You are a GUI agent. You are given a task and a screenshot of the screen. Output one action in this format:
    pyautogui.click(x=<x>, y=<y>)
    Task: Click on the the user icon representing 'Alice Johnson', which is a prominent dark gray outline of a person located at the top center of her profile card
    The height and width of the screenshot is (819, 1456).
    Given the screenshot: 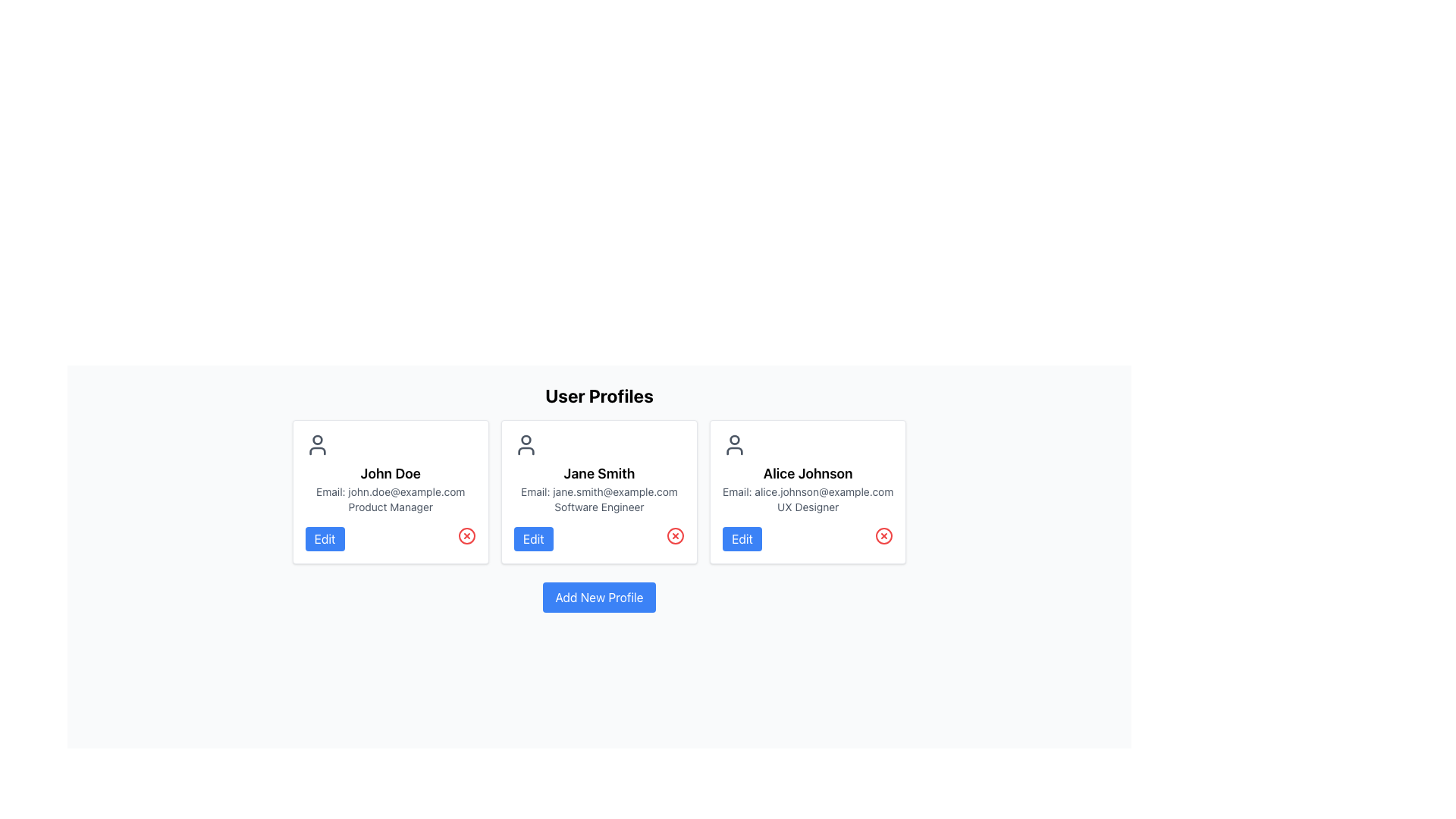 What is the action you would take?
    pyautogui.click(x=735, y=444)
    